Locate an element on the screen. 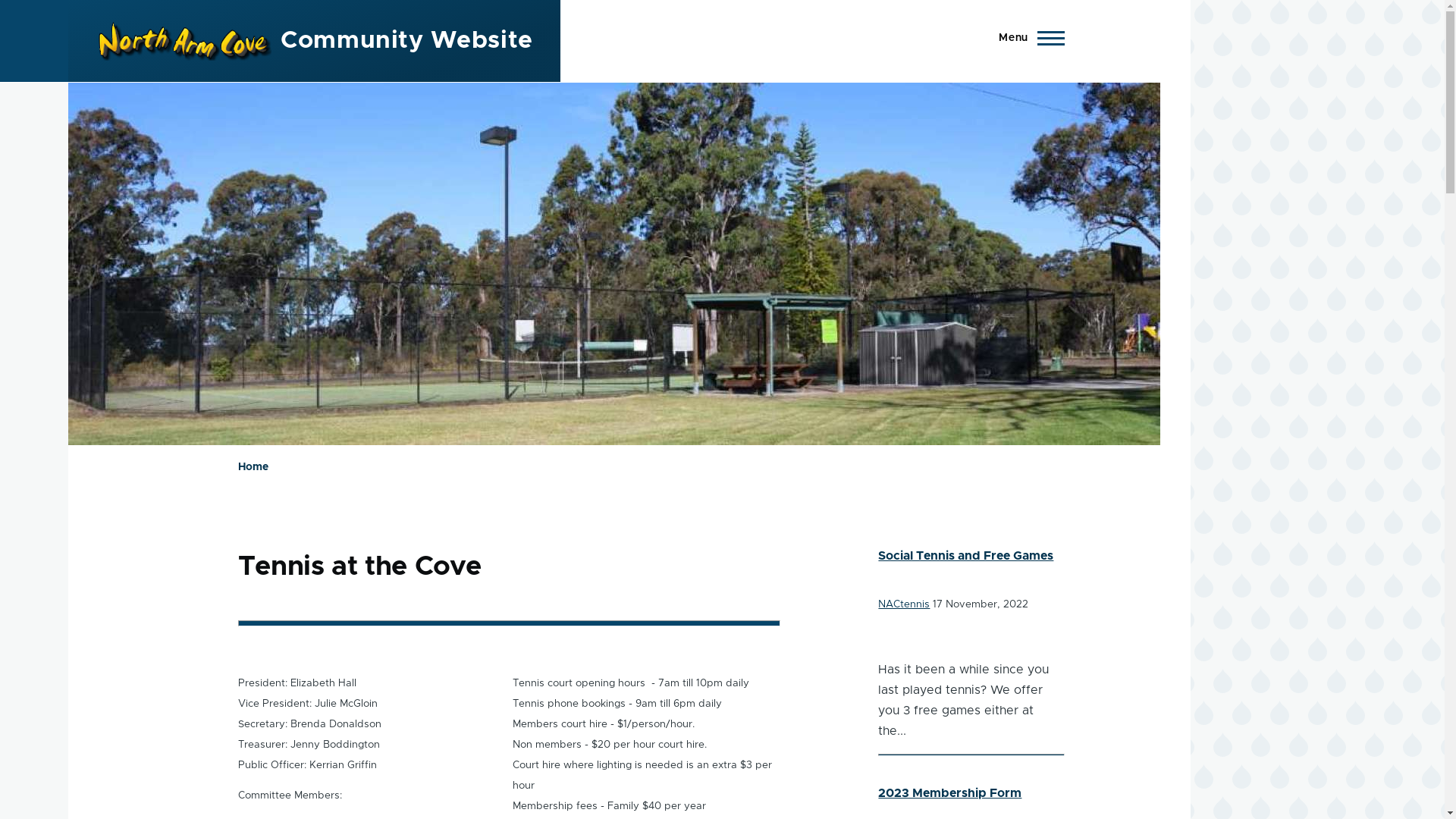  'Community Website' is located at coordinates (406, 40).